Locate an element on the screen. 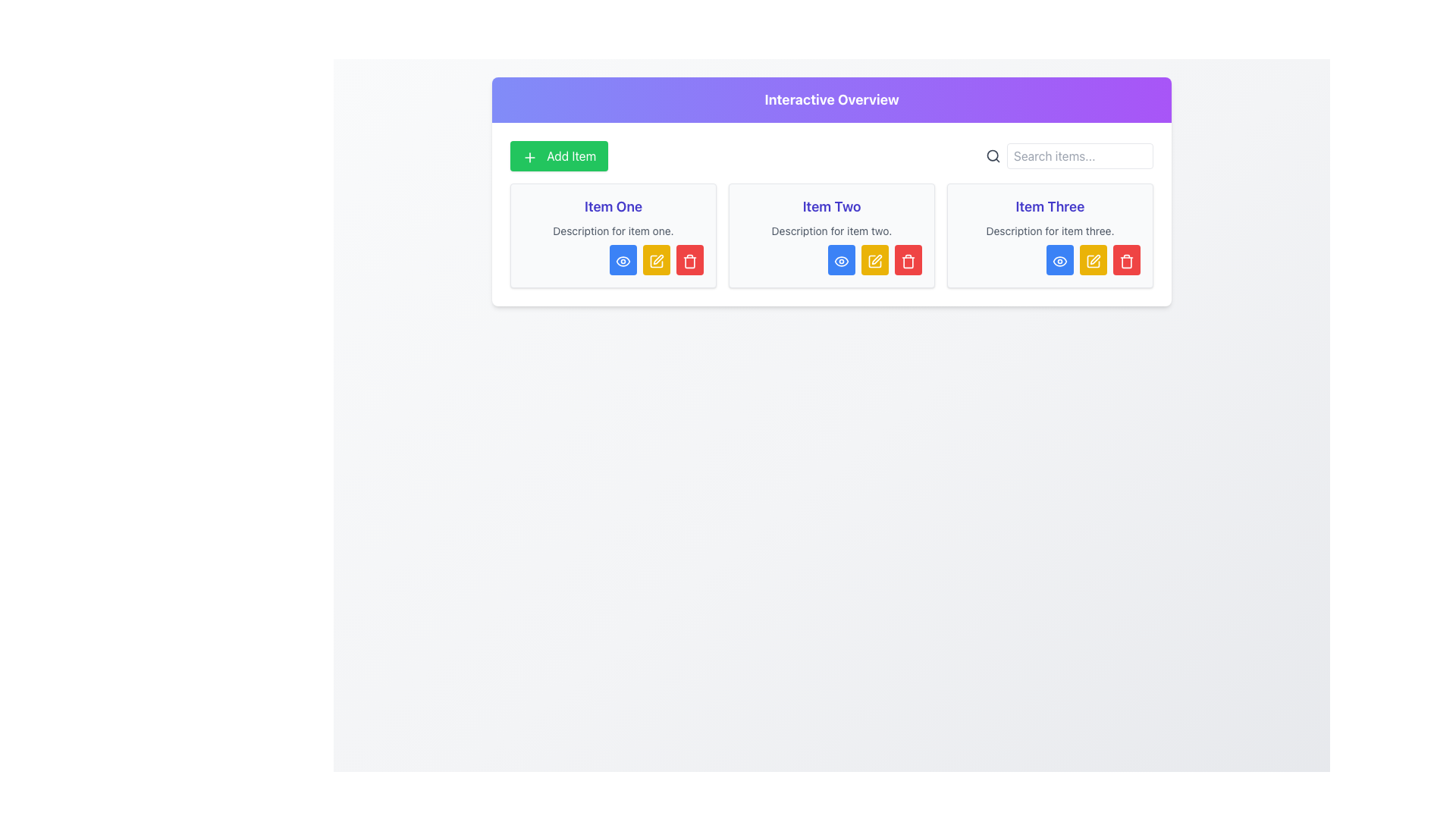 This screenshot has height=819, width=1456. the text label providing information about the 'Item Three' card, which is located below the title text 'Item Three' and above the buttons in the same card is located at coordinates (1050, 231).